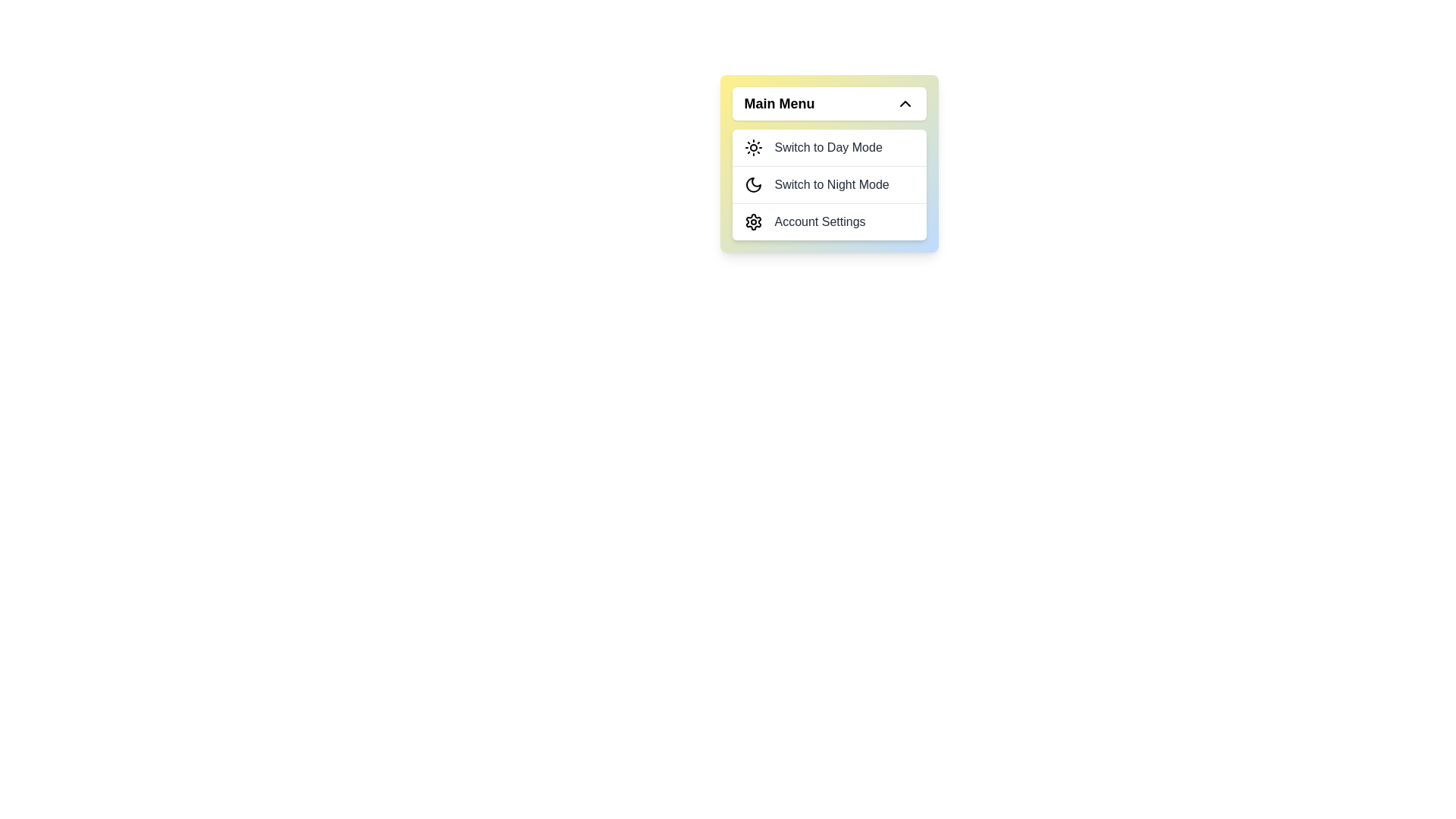 The image size is (1456, 819). I want to click on the 'Switch to Night Mode' option in the menu, so click(828, 184).